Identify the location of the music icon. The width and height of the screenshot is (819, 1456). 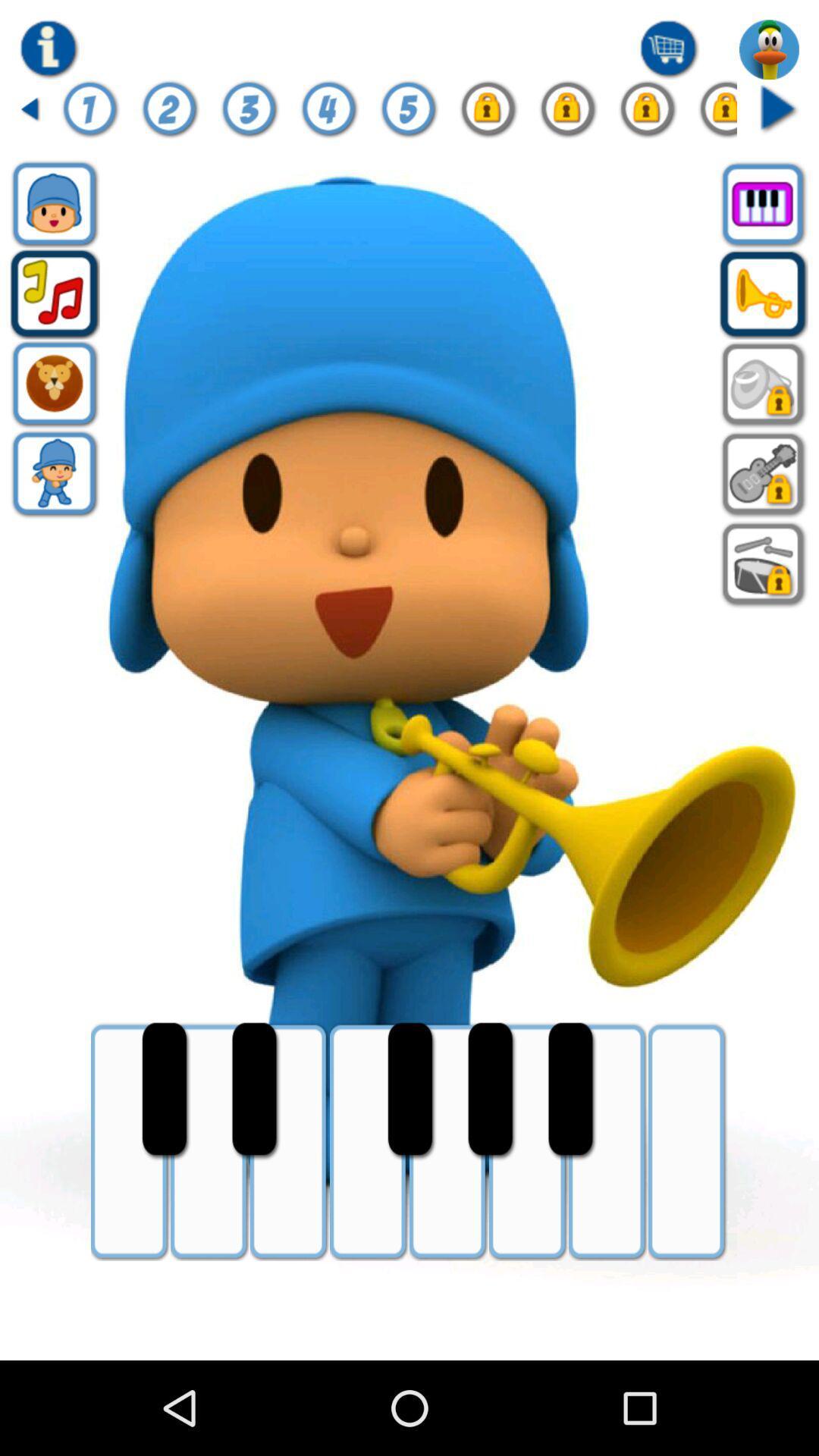
(54, 314).